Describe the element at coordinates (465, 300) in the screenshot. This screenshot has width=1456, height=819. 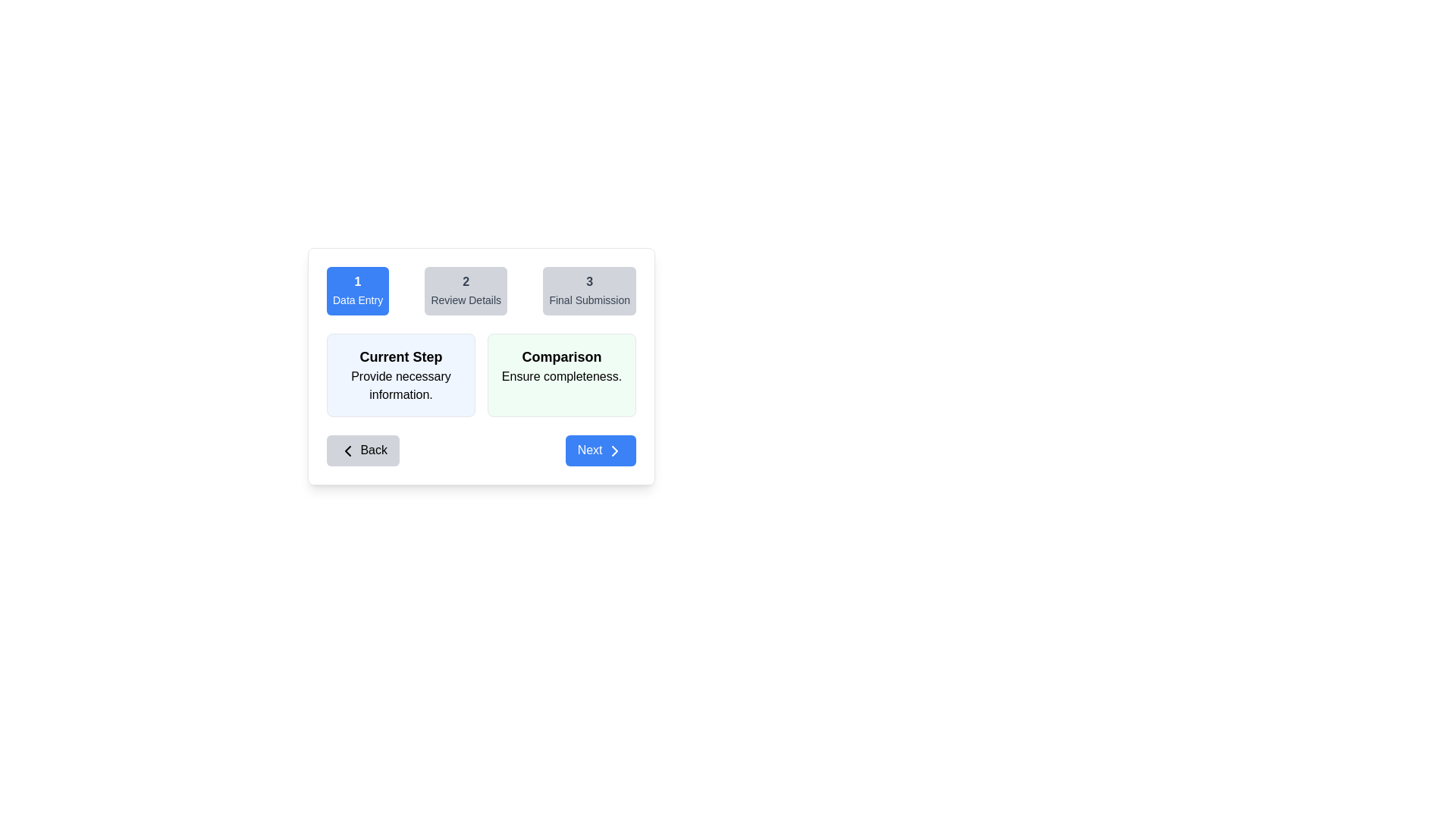
I see `the text label indicating the title or description for the second step of the multi-step process interface, located under the number '2'` at that location.